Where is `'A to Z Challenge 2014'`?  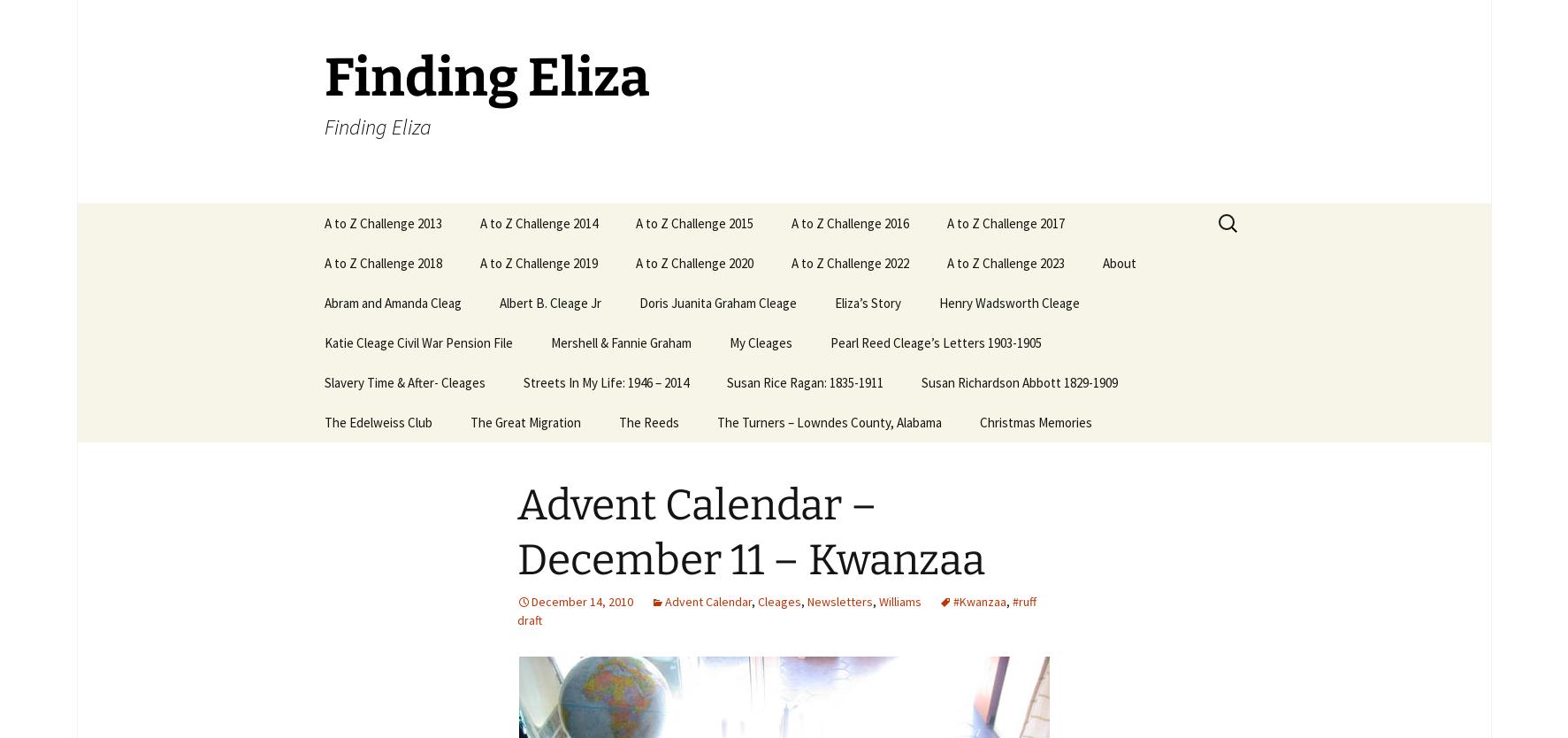
'A to Z Challenge 2014' is located at coordinates (537, 222).